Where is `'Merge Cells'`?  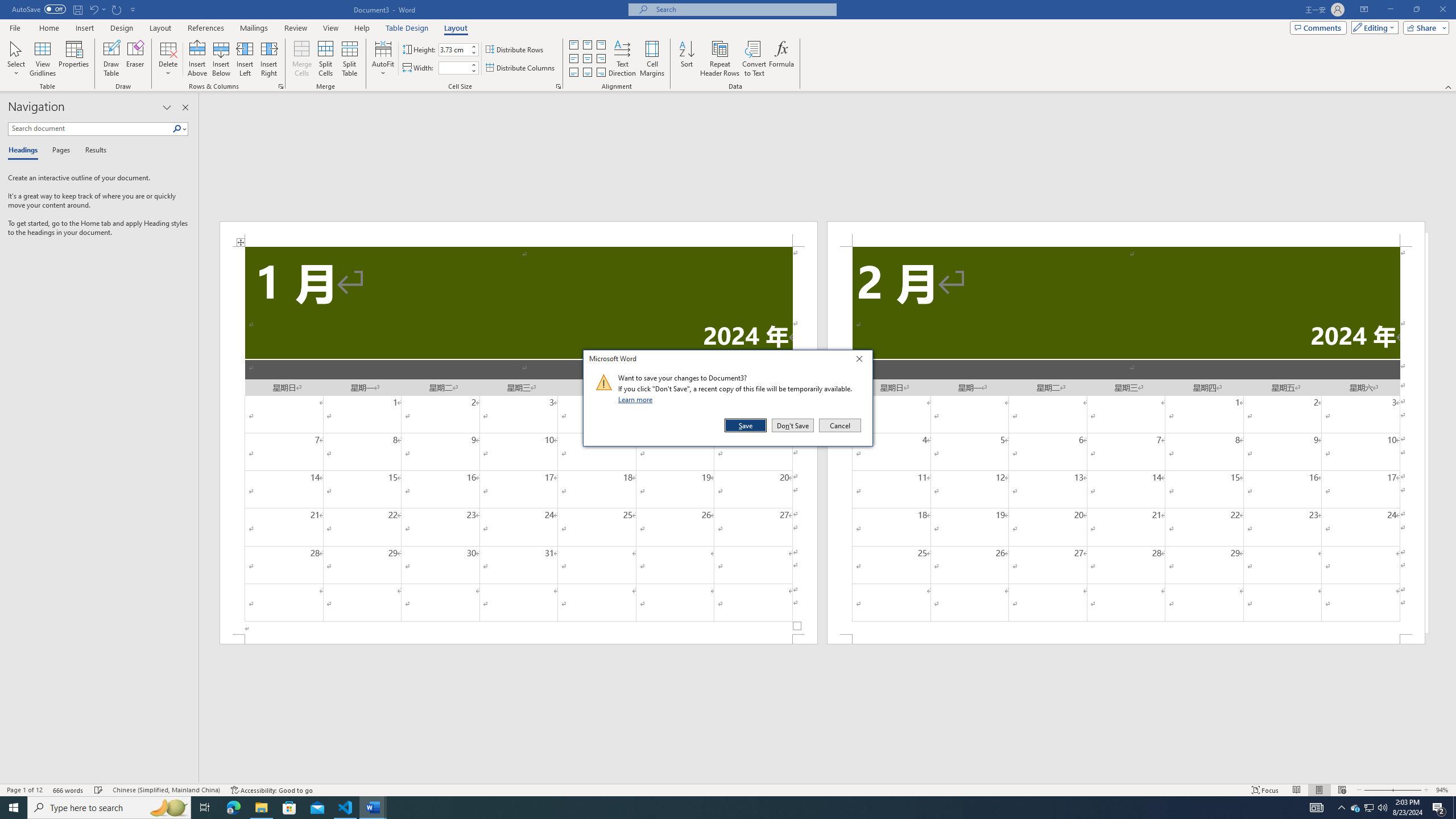
'Merge Cells' is located at coordinates (301, 59).